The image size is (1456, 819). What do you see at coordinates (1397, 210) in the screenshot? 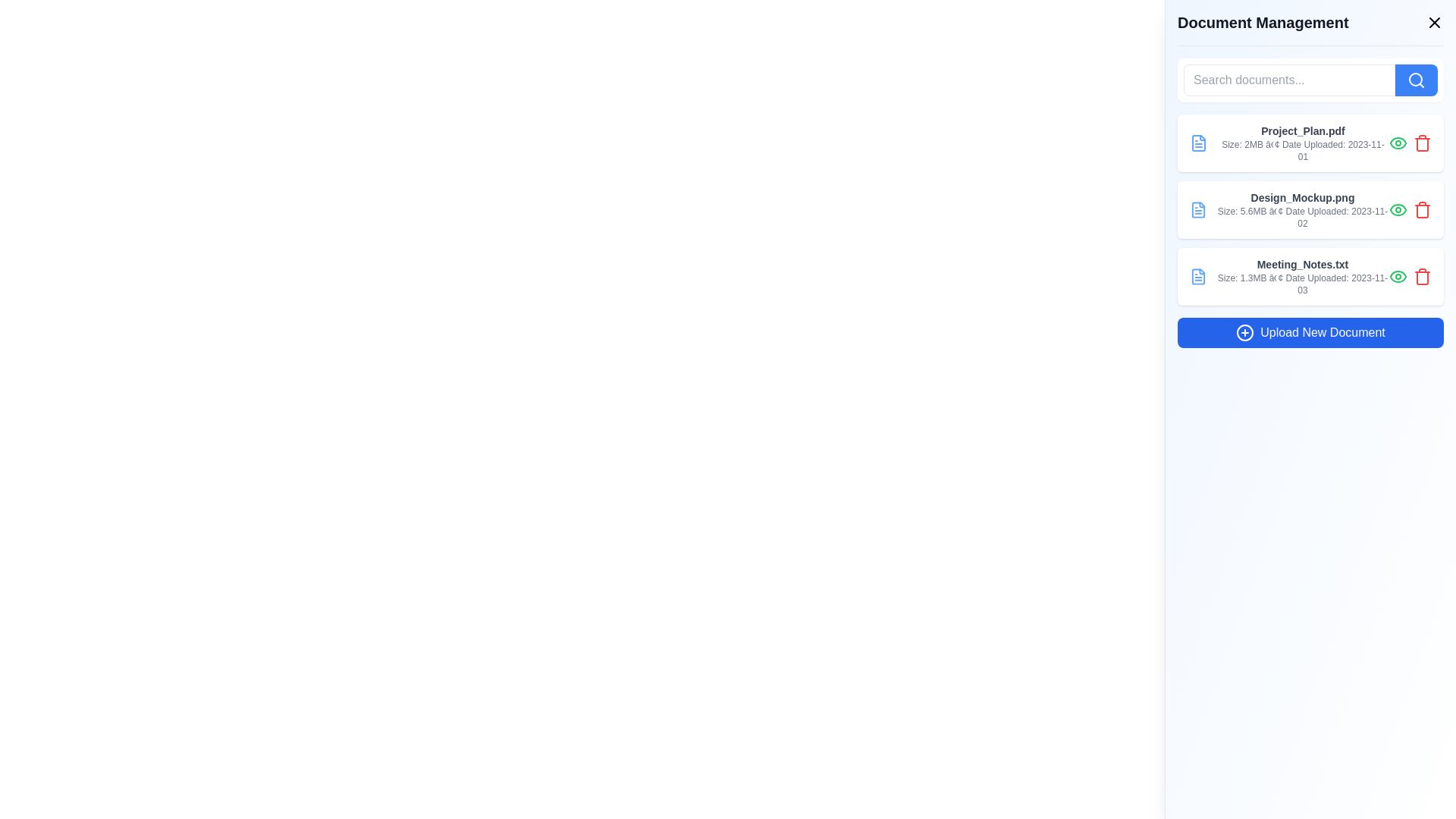
I see `outer elliptical shape of the eye icon, which signifies a visibility or view option, located adjacent to the file description 'Design_Mockup.png' in the document management panel` at bounding box center [1397, 210].